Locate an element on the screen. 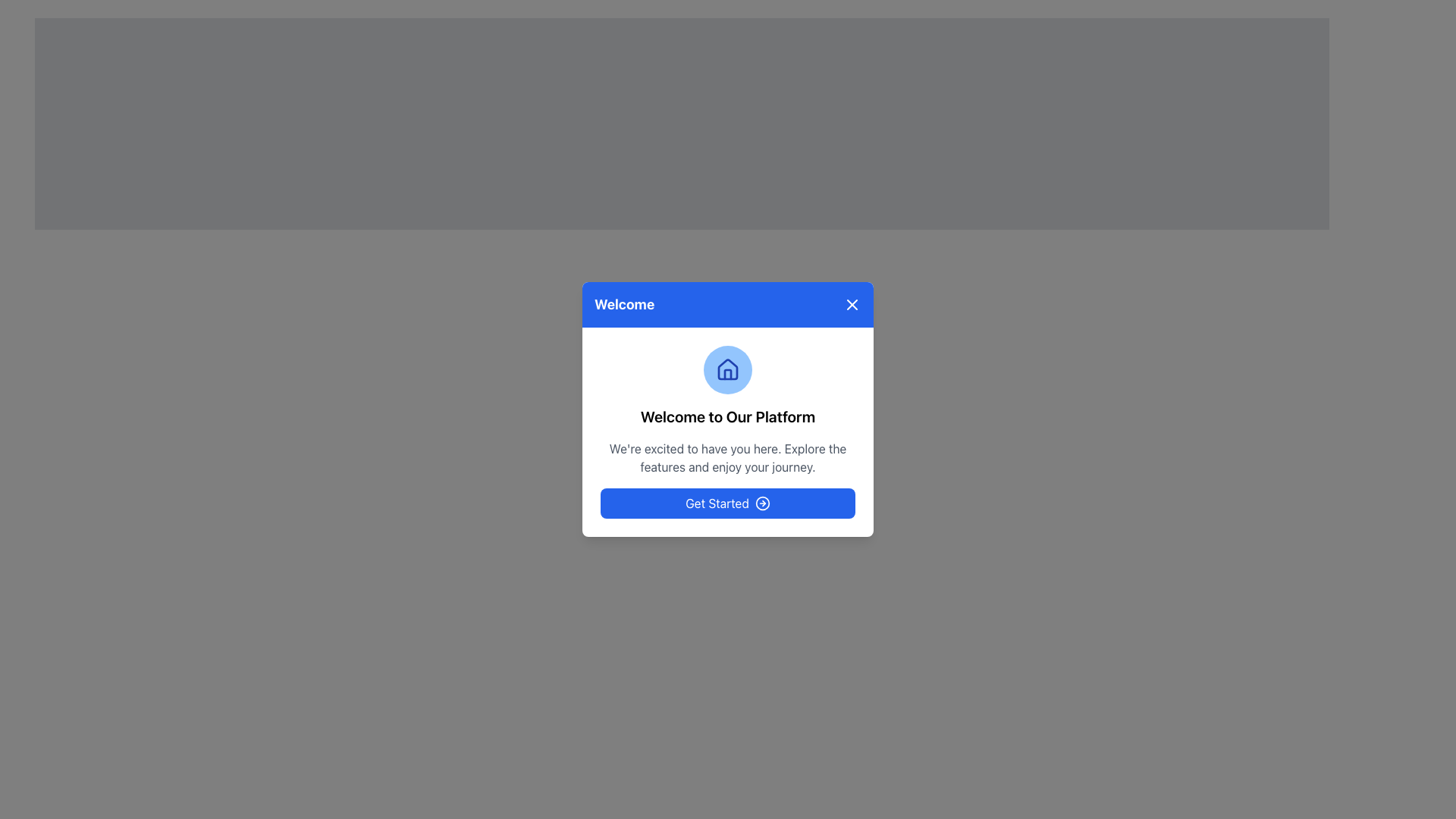 Image resolution: width=1456 pixels, height=819 pixels. the circular arrow icon located inside the 'Get Started' button in the modal window, which is depicted in blue and white colors is located at coordinates (762, 503).